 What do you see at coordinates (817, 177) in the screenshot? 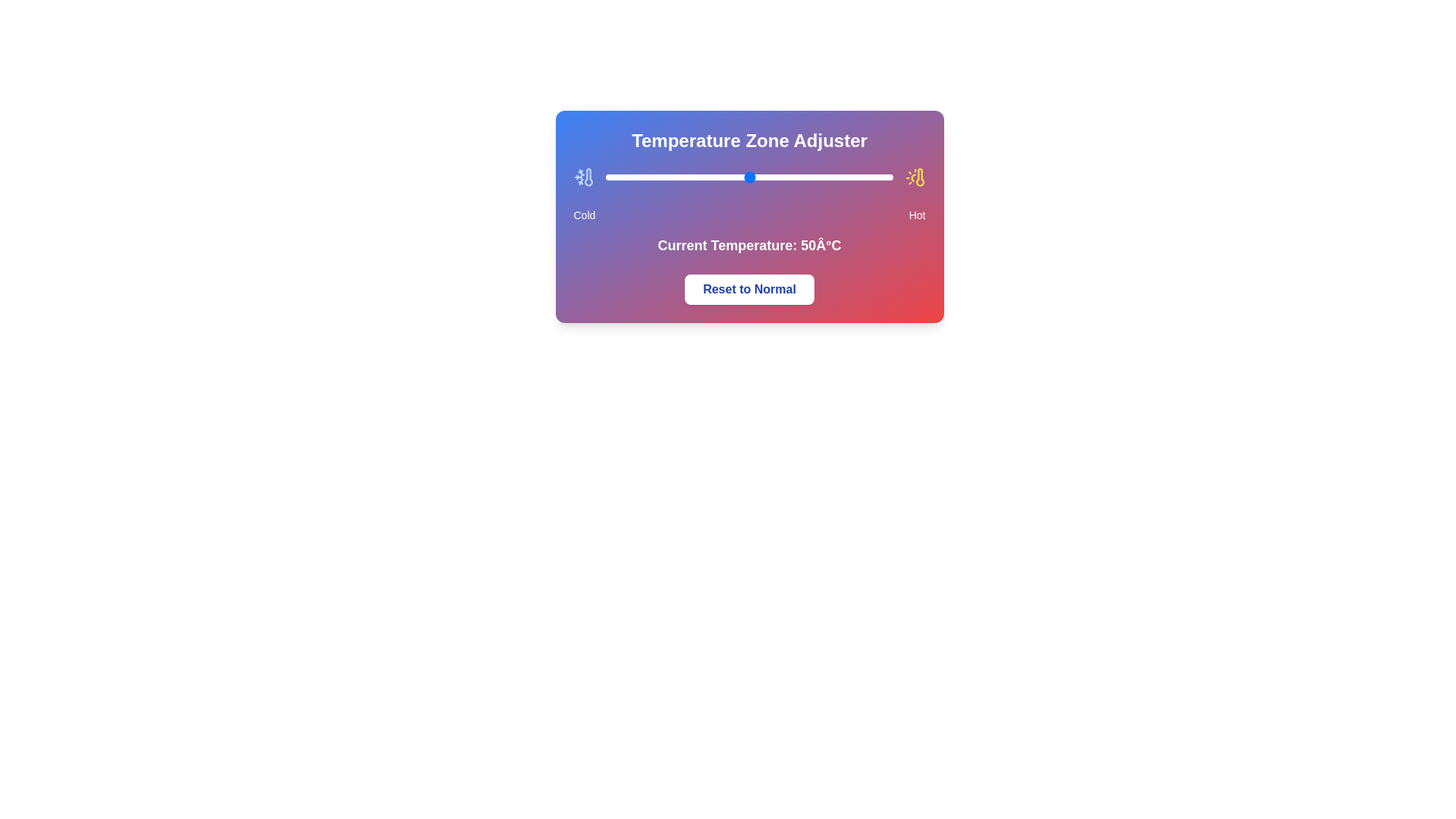
I see `the temperature to 74°C by moving the slider` at bounding box center [817, 177].